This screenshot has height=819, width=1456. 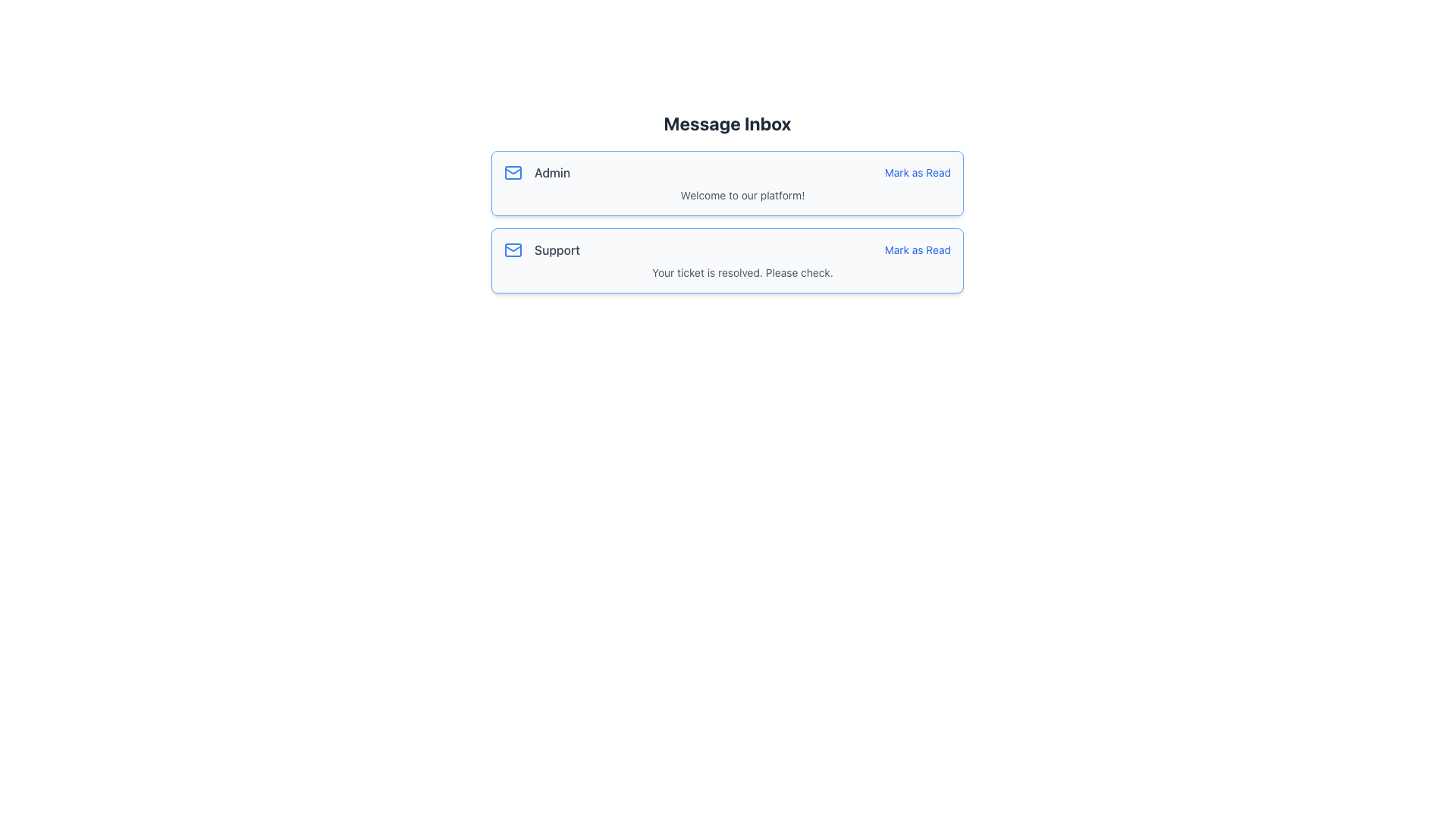 I want to click on the 'Mark as Read' text link, which is styled with blue color and an underline, located in the top-right corner of the 'Support' message box, so click(x=917, y=249).